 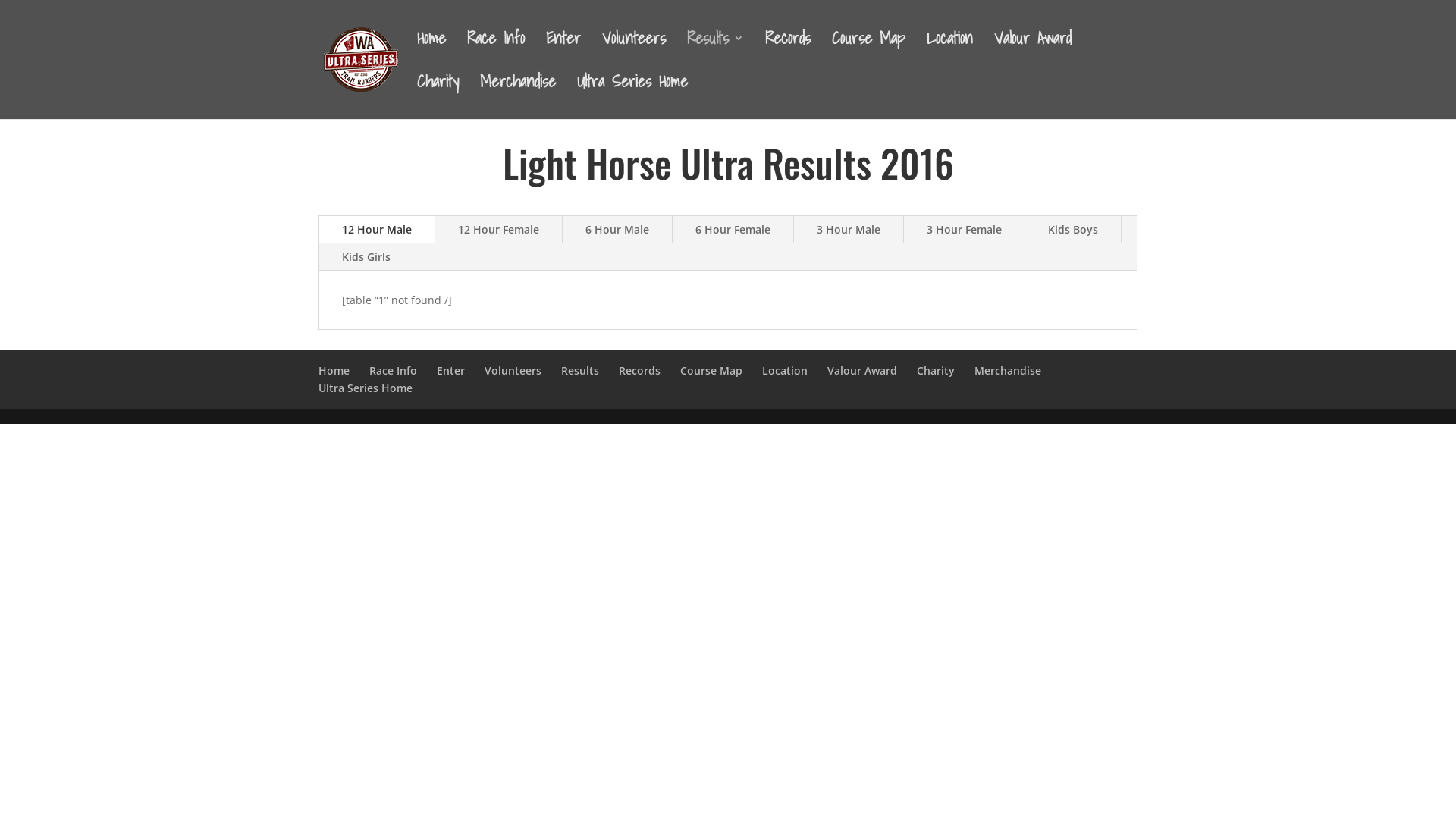 What do you see at coordinates (847, 230) in the screenshot?
I see `'3 Hour Male'` at bounding box center [847, 230].